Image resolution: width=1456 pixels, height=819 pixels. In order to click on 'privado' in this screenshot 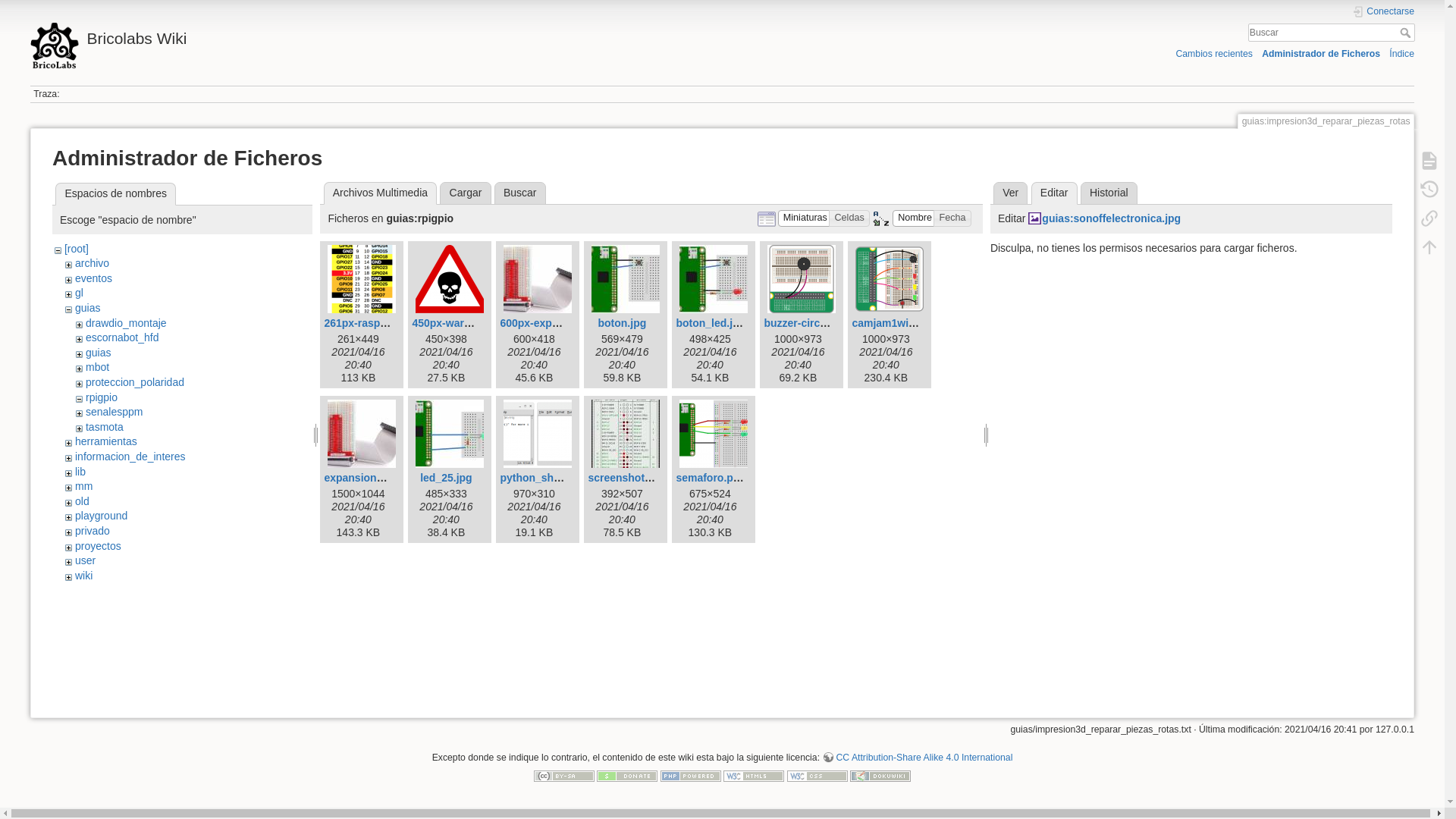, I will do `click(91, 529)`.